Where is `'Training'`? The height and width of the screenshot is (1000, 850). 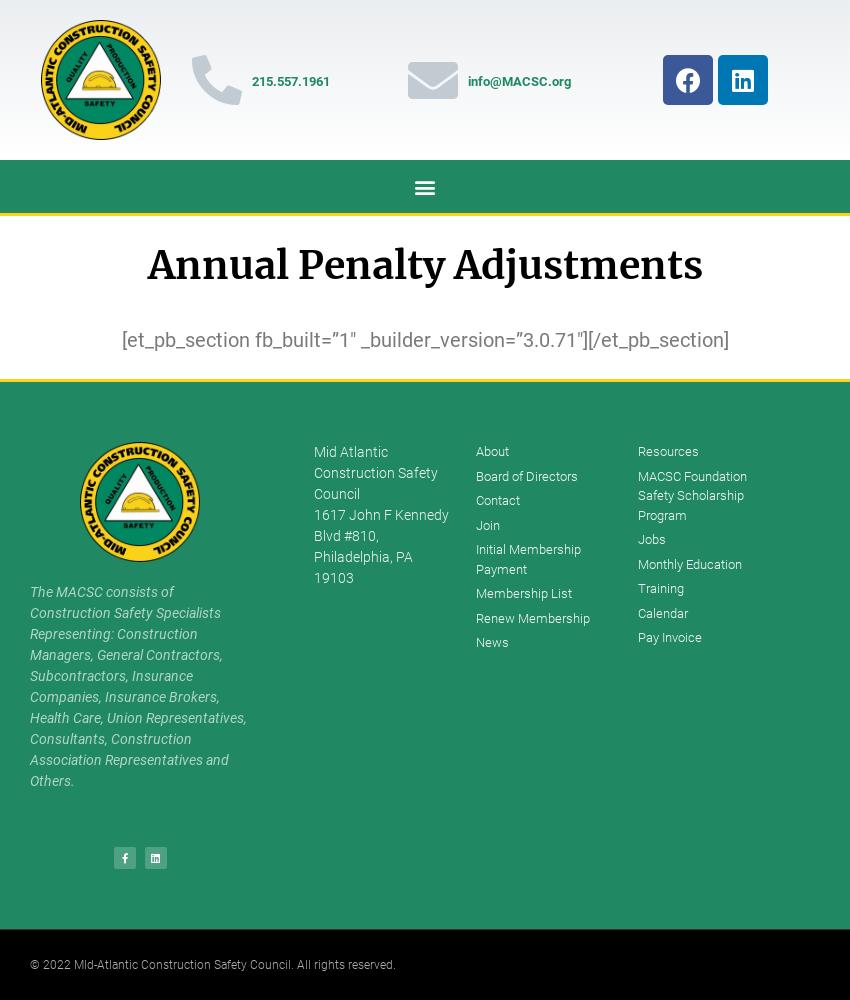
'Training' is located at coordinates (660, 587).